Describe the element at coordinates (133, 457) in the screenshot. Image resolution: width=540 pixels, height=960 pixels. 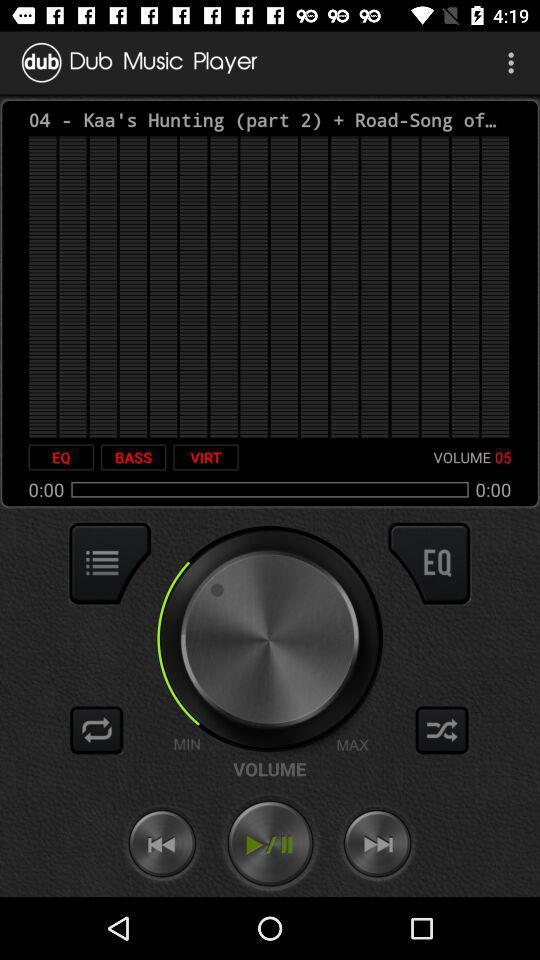
I see `icon next to  virt  icon` at that location.